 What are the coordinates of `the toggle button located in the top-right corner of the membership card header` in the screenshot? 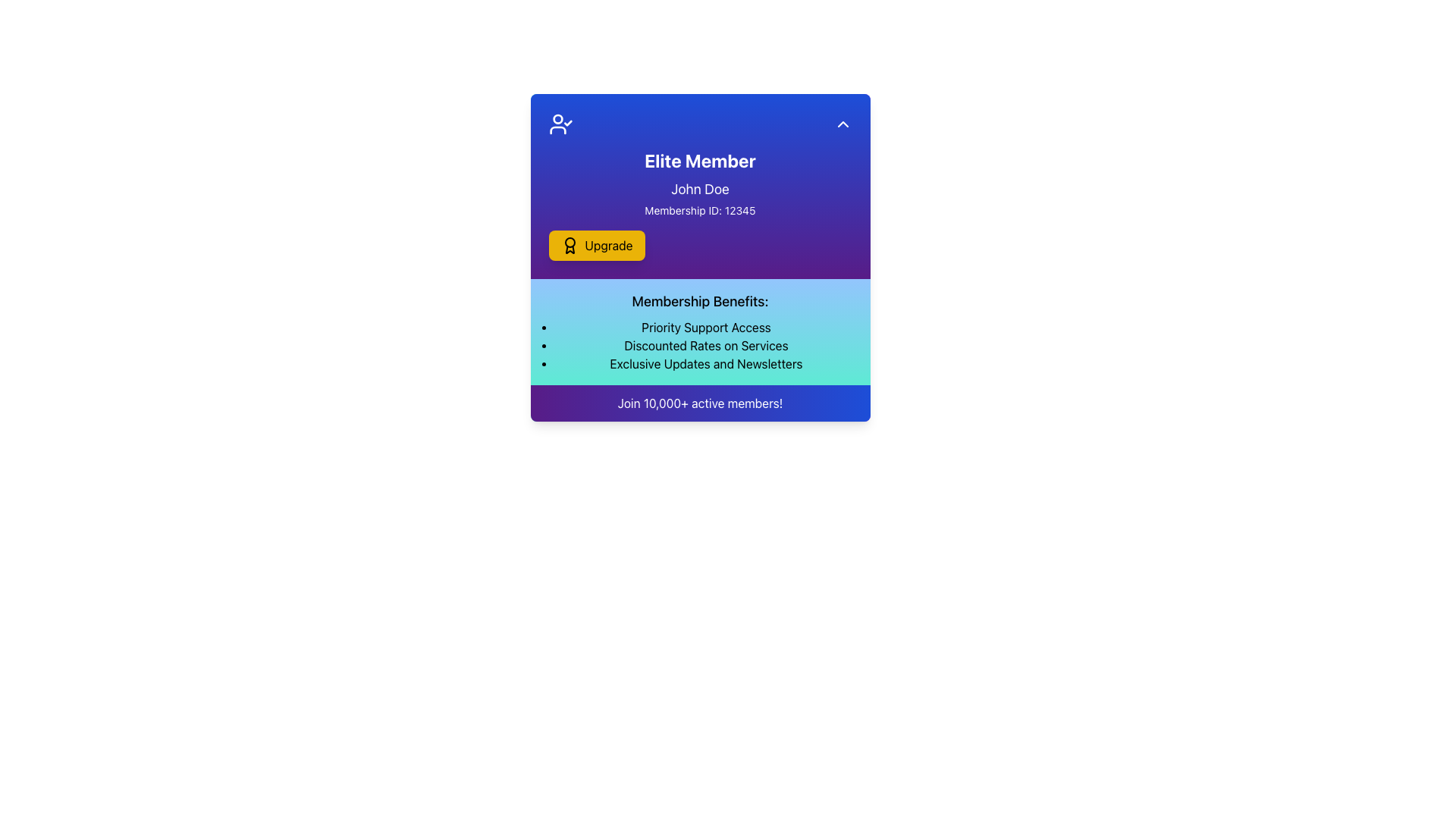 It's located at (842, 124).